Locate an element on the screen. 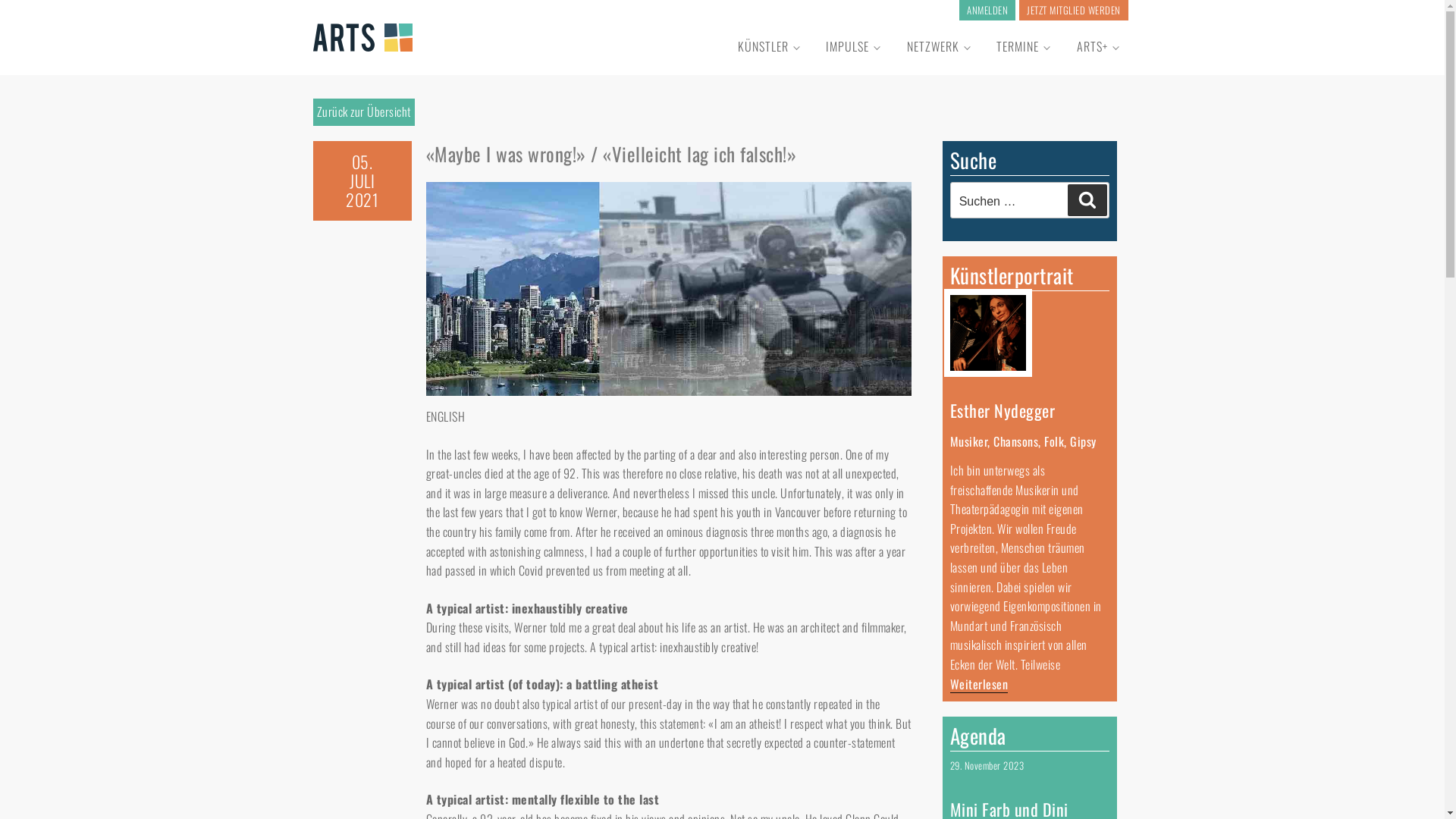  'ANMELDEN' is located at coordinates (987, 10).